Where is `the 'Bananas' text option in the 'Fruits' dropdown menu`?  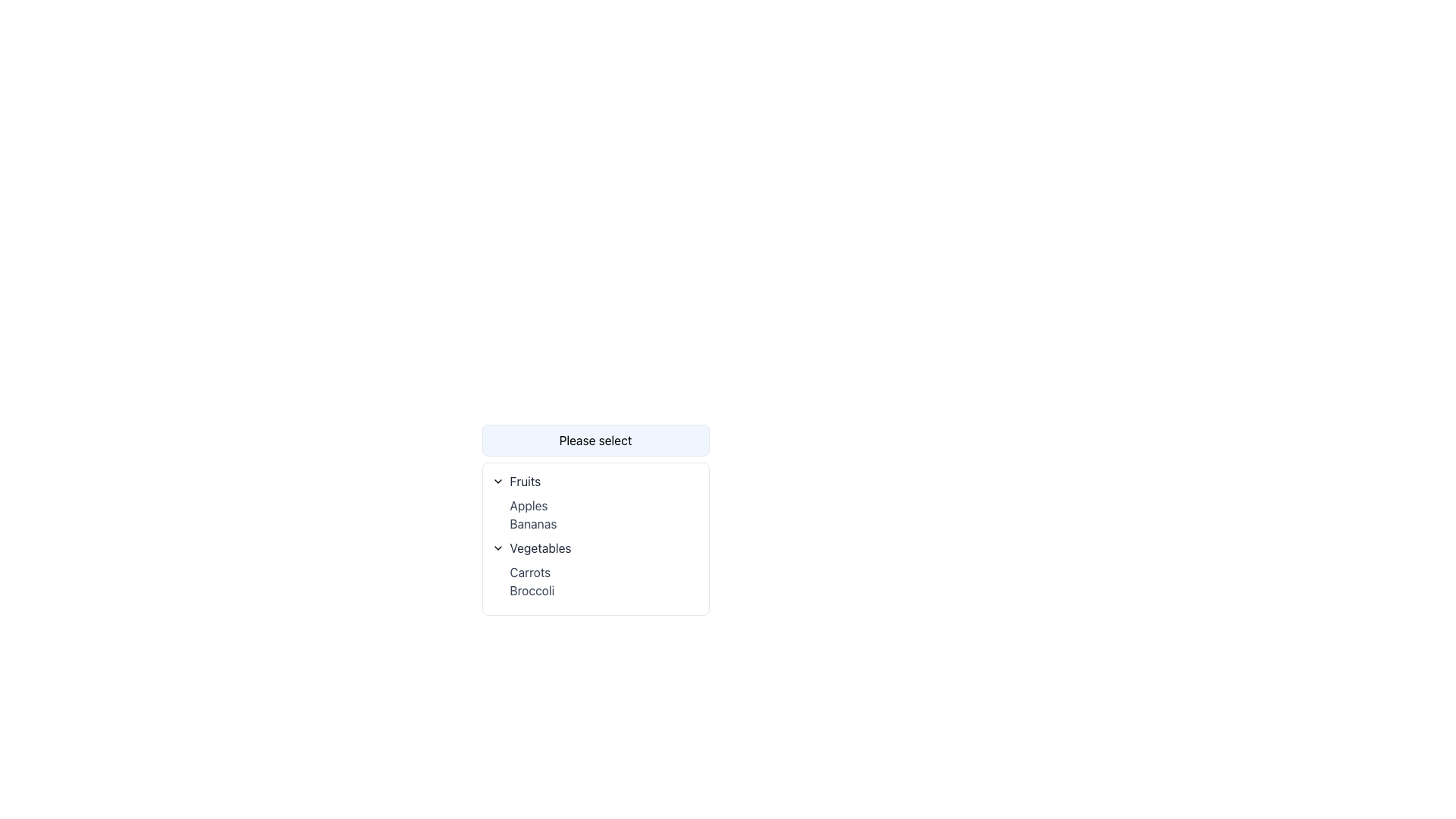 the 'Bananas' text option in the 'Fruits' dropdown menu is located at coordinates (533, 522).